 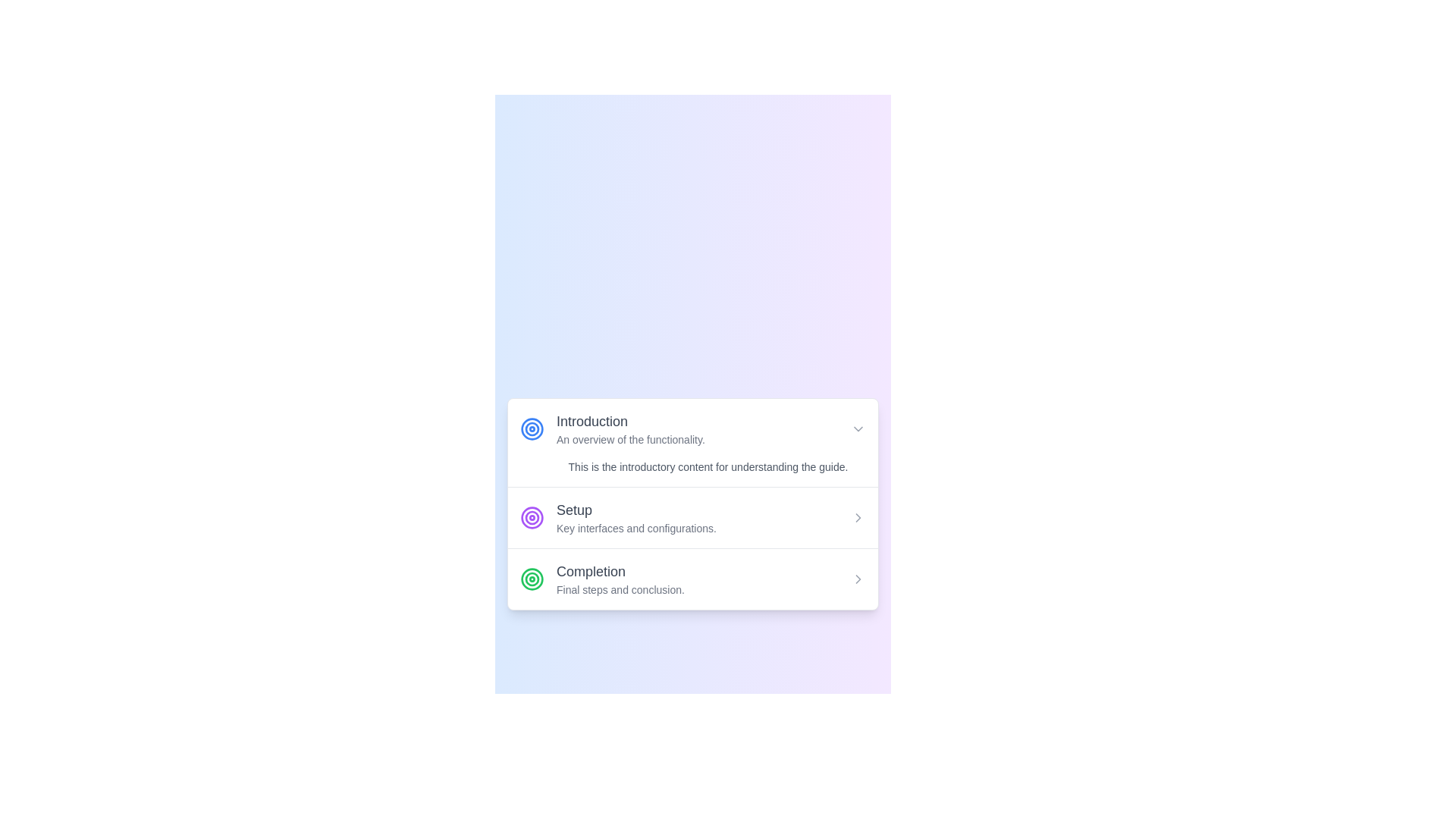 I want to click on the largest circle SVG graphic element that serves as a visual identifier for the 'Introduction' item in the list, so click(x=532, y=429).